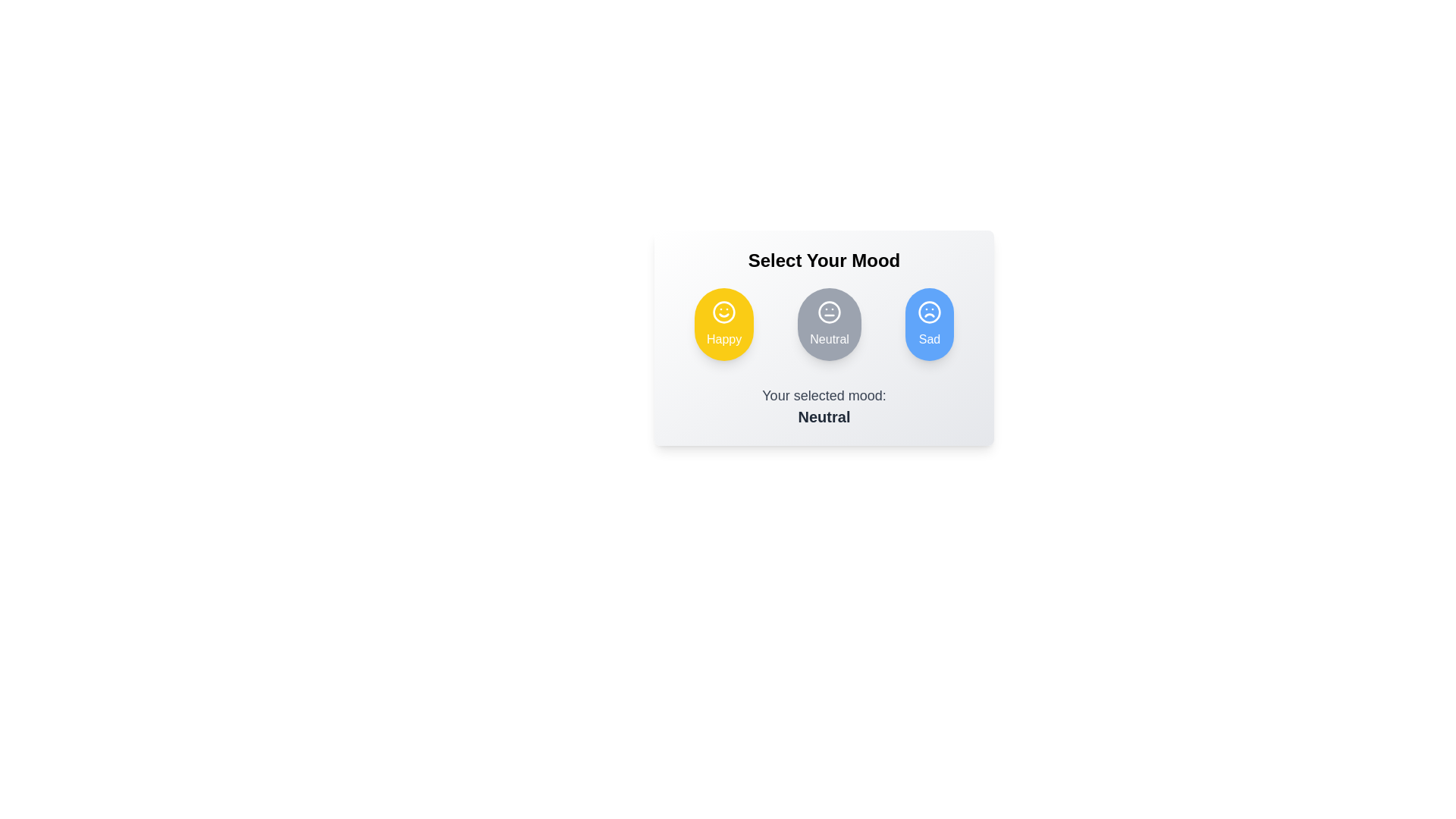 Image resolution: width=1456 pixels, height=819 pixels. I want to click on the text-based label that indicates 'Your selected mood:' and shows 'Neutral' in bold, located below the mood selection icons, so click(823, 406).